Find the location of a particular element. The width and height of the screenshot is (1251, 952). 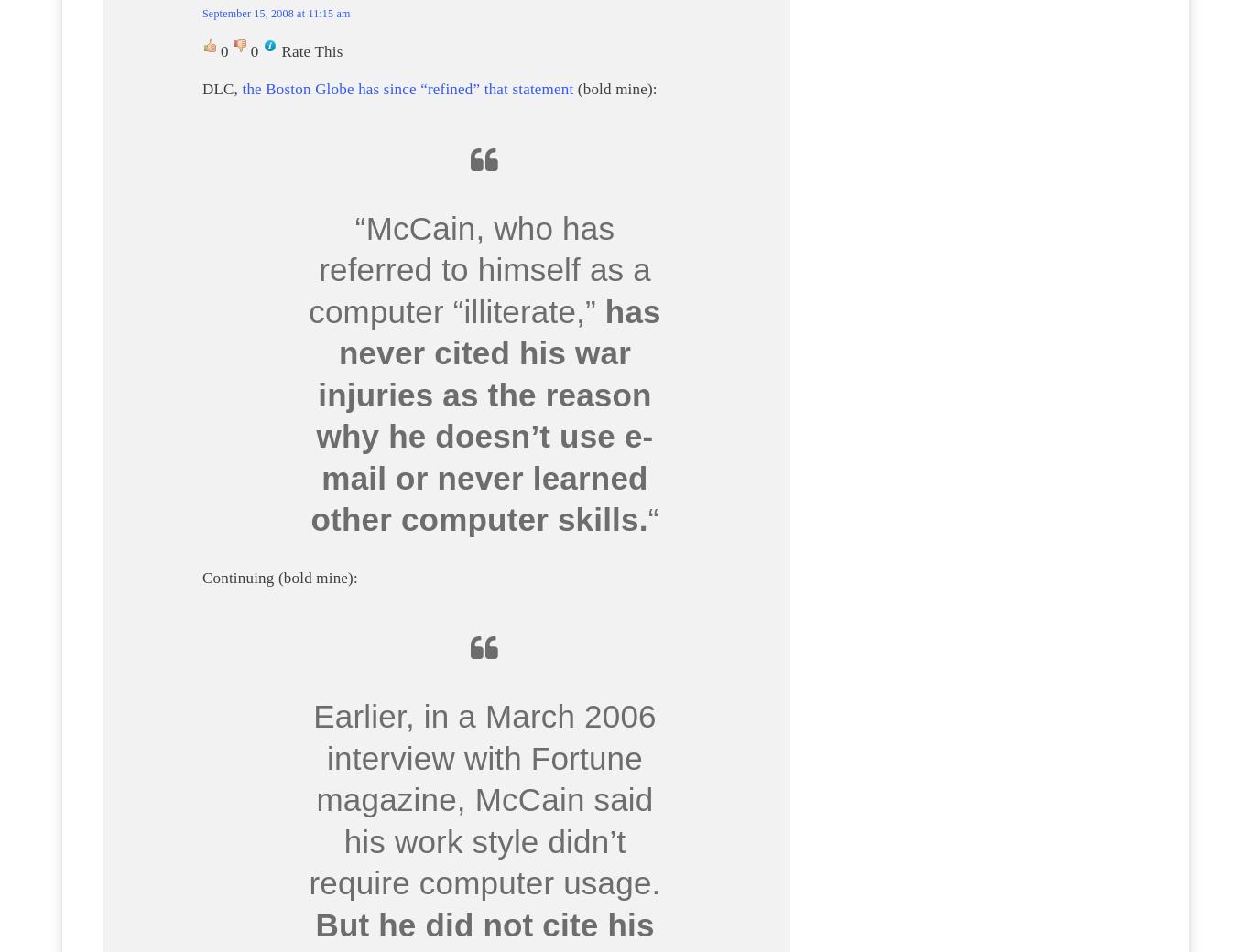

'has never cited his war injuries as the reason why he doesn’t use e-mail or never learned other computer skills.' is located at coordinates (310, 415).